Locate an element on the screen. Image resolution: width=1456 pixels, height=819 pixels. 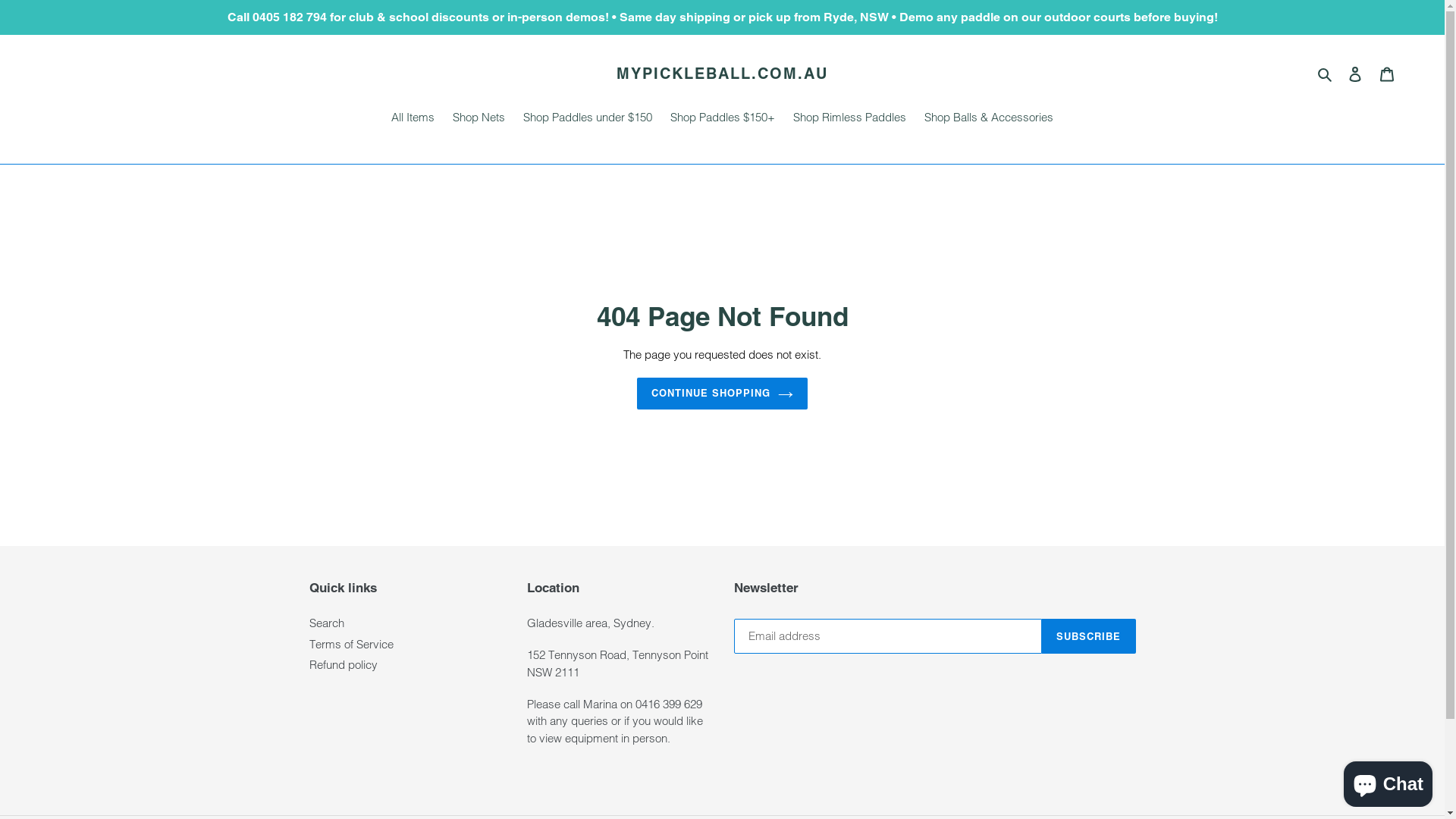
'Shop Nets' is located at coordinates (478, 118).